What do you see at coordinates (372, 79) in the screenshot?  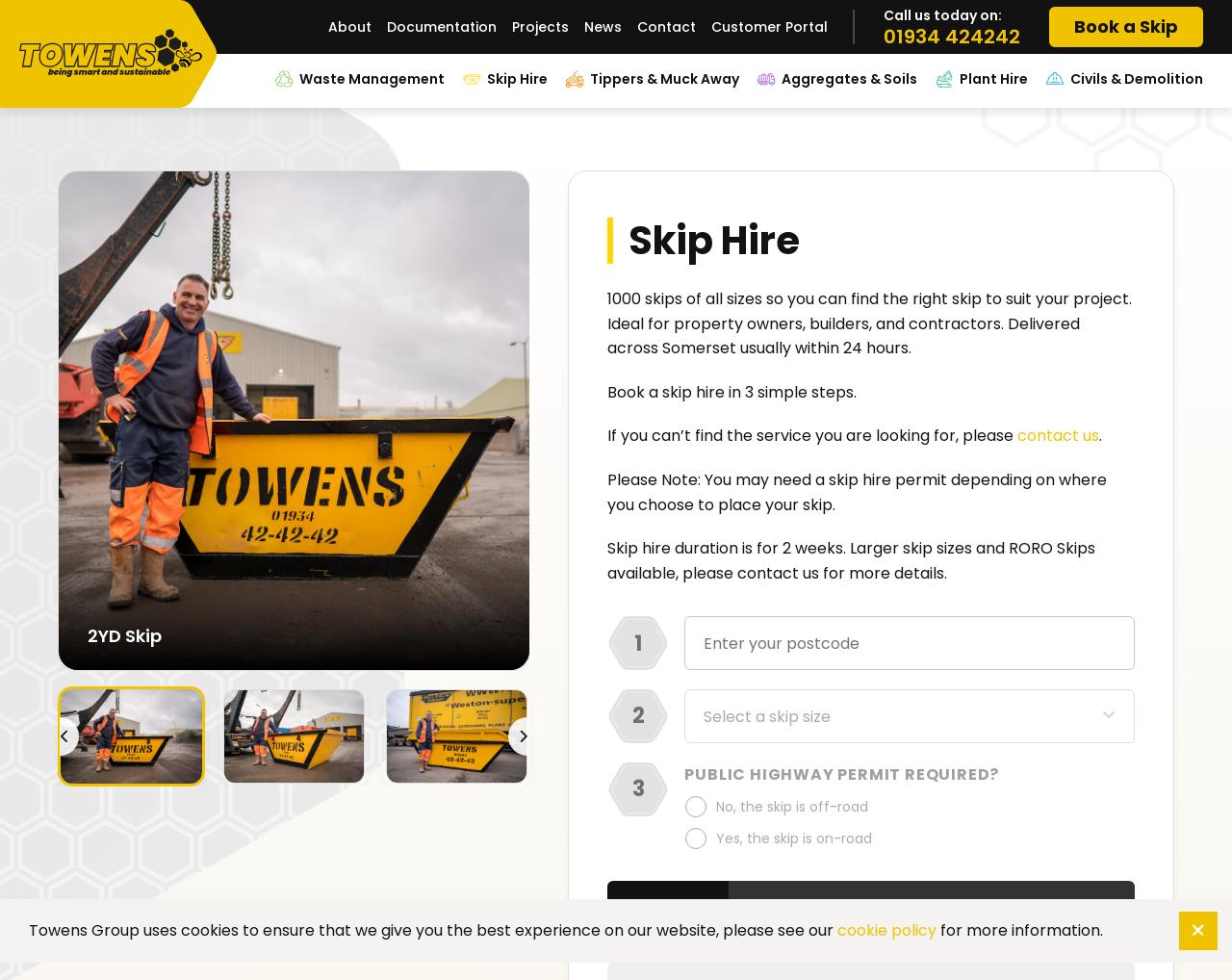 I see `'Waste Management'` at bounding box center [372, 79].